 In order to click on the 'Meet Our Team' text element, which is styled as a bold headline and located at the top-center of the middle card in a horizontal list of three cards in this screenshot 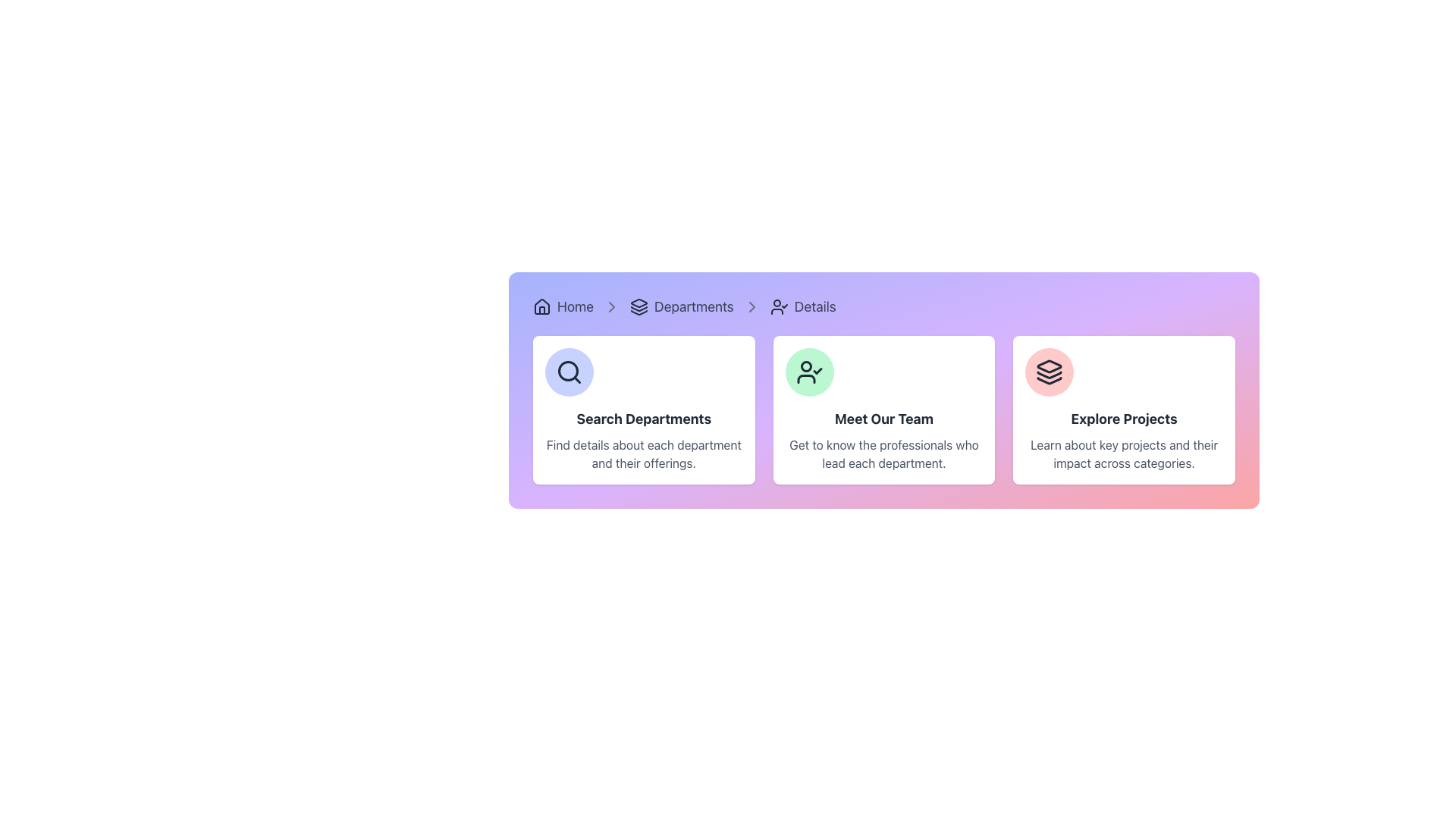, I will do `click(884, 419)`.